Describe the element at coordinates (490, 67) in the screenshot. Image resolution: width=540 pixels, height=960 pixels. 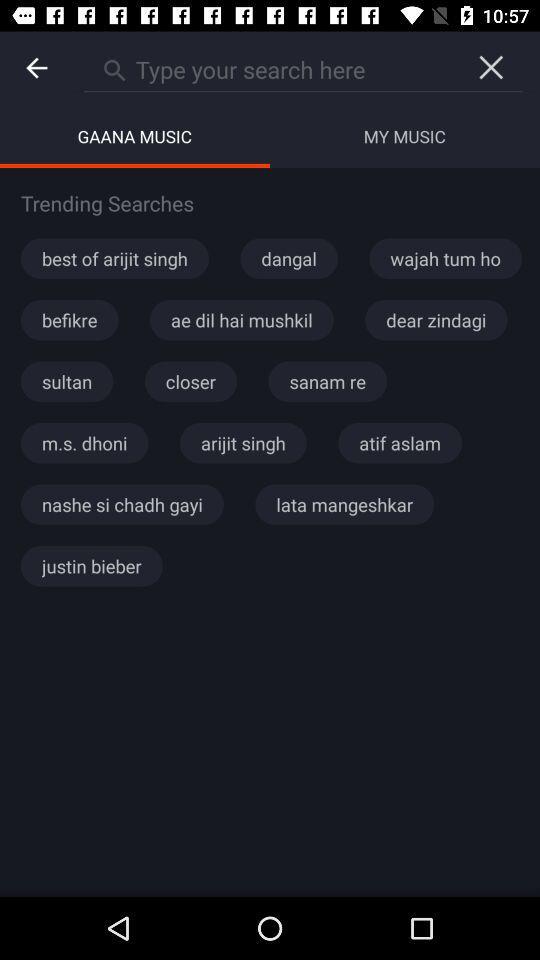
I see `the close icon below the navigation bar` at that location.